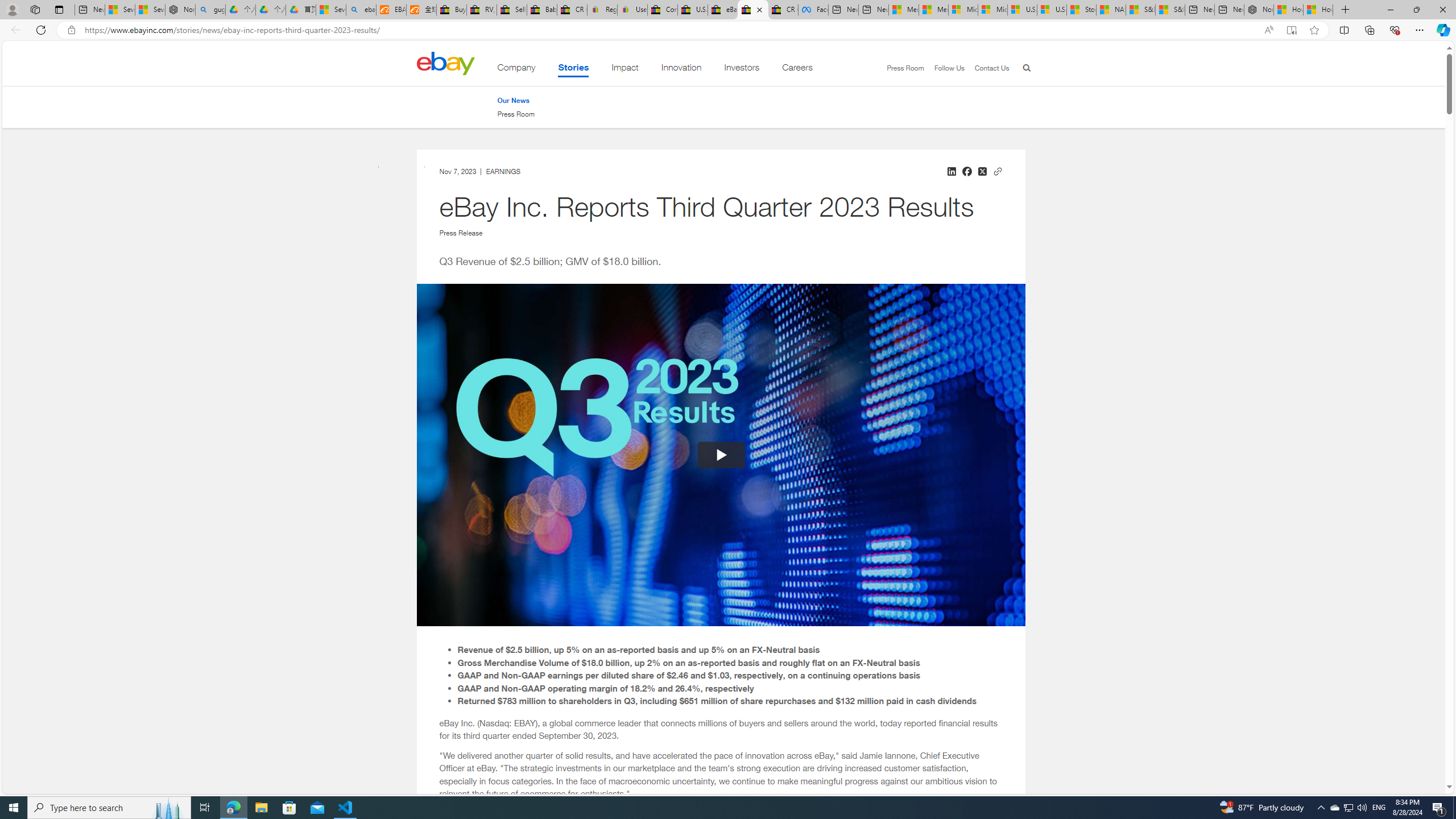 The width and height of the screenshot is (1456, 819). Describe the element at coordinates (573, 69) in the screenshot. I see `'Stories'` at that location.